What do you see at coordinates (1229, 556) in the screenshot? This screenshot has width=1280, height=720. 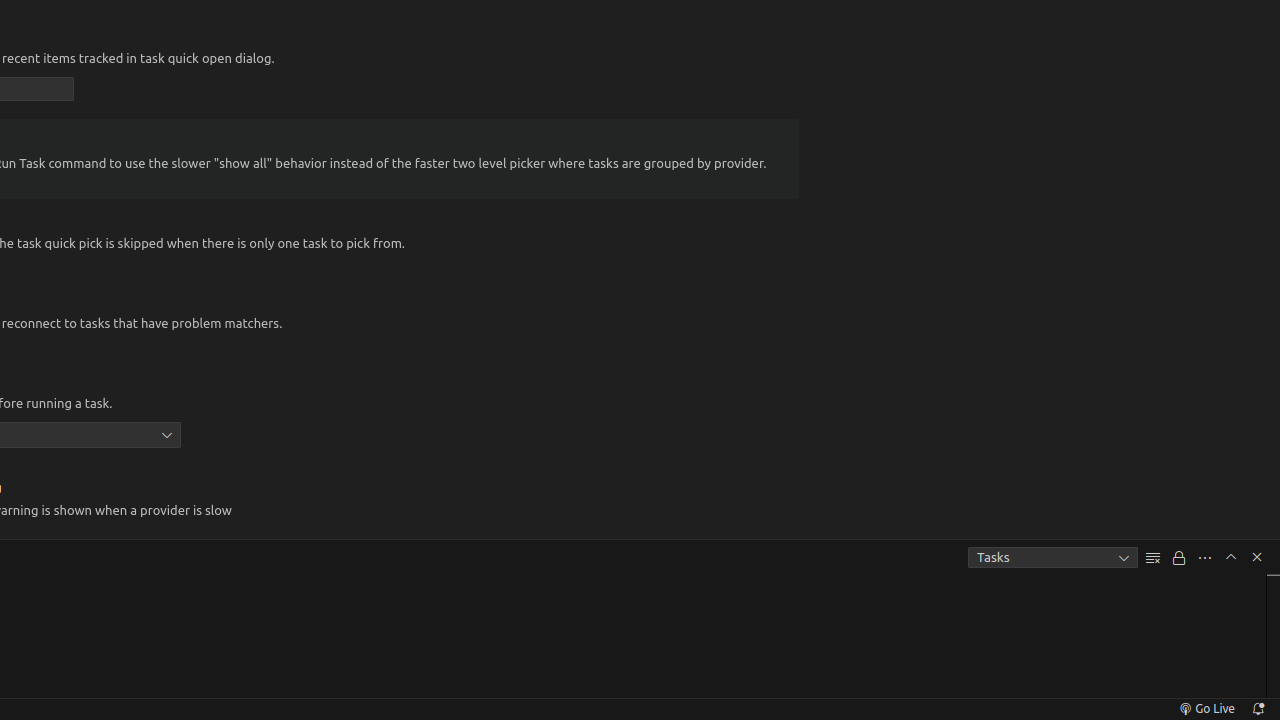 I see `'Maximize Panel Size'` at bounding box center [1229, 556].